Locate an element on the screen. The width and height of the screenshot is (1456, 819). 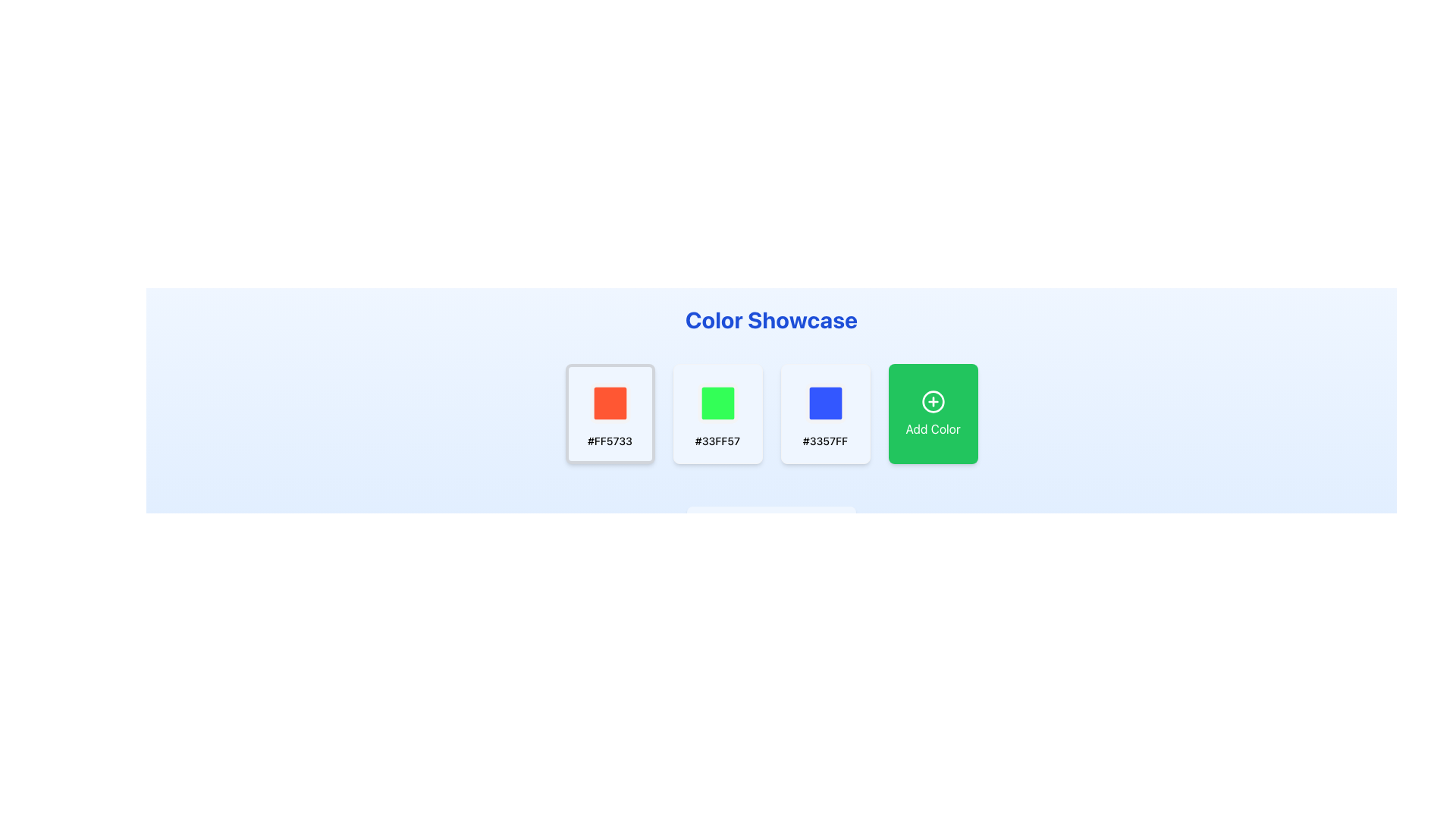
the icon inside the green button labeled 'Add Color' located in the bottom-right section of the button row is located at coordinates (932, 400).